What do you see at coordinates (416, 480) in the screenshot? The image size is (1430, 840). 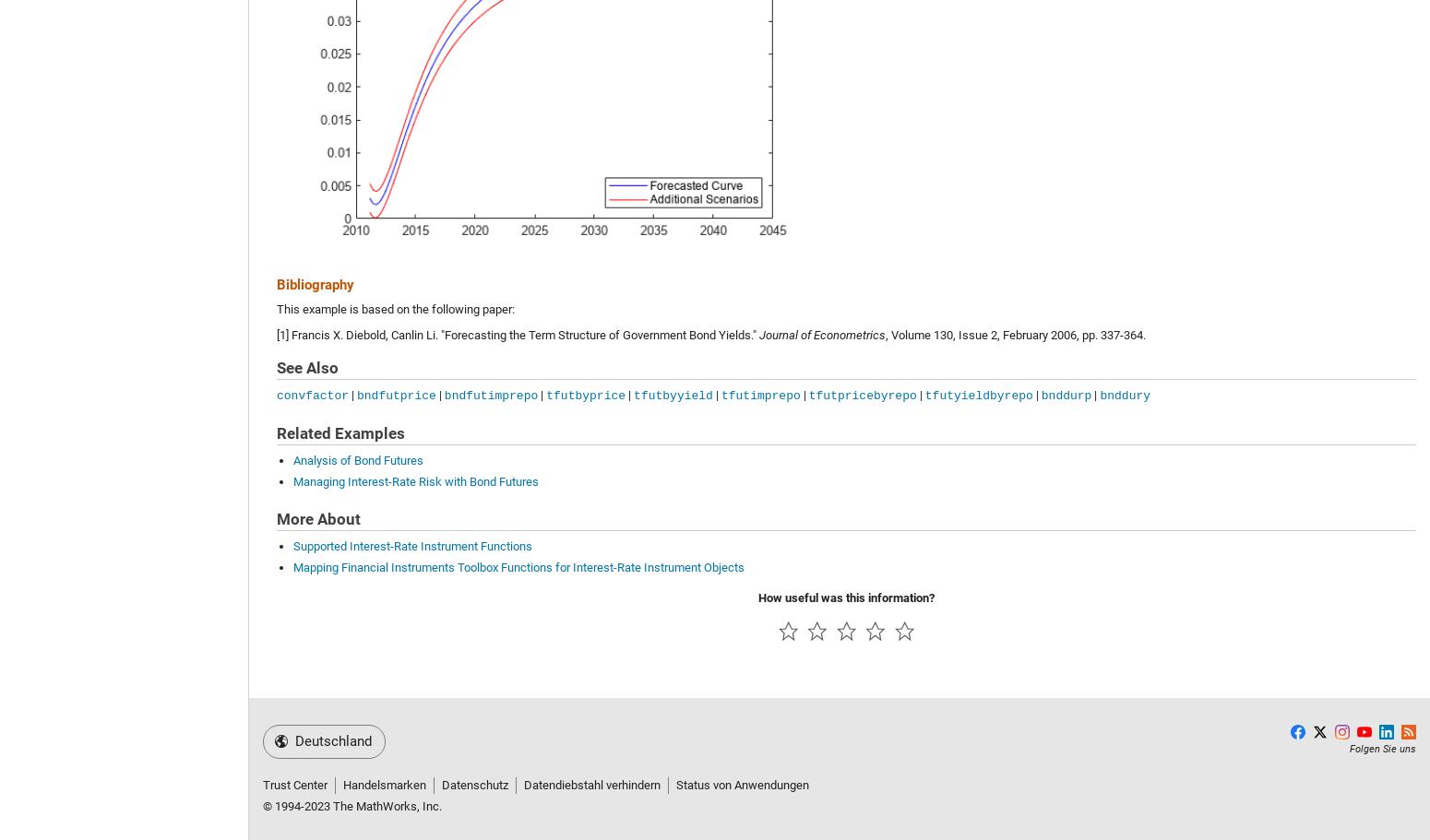 I see `'Managing Interest-Rate Risk with Bond Futures'` at bounding box center [416, 480].